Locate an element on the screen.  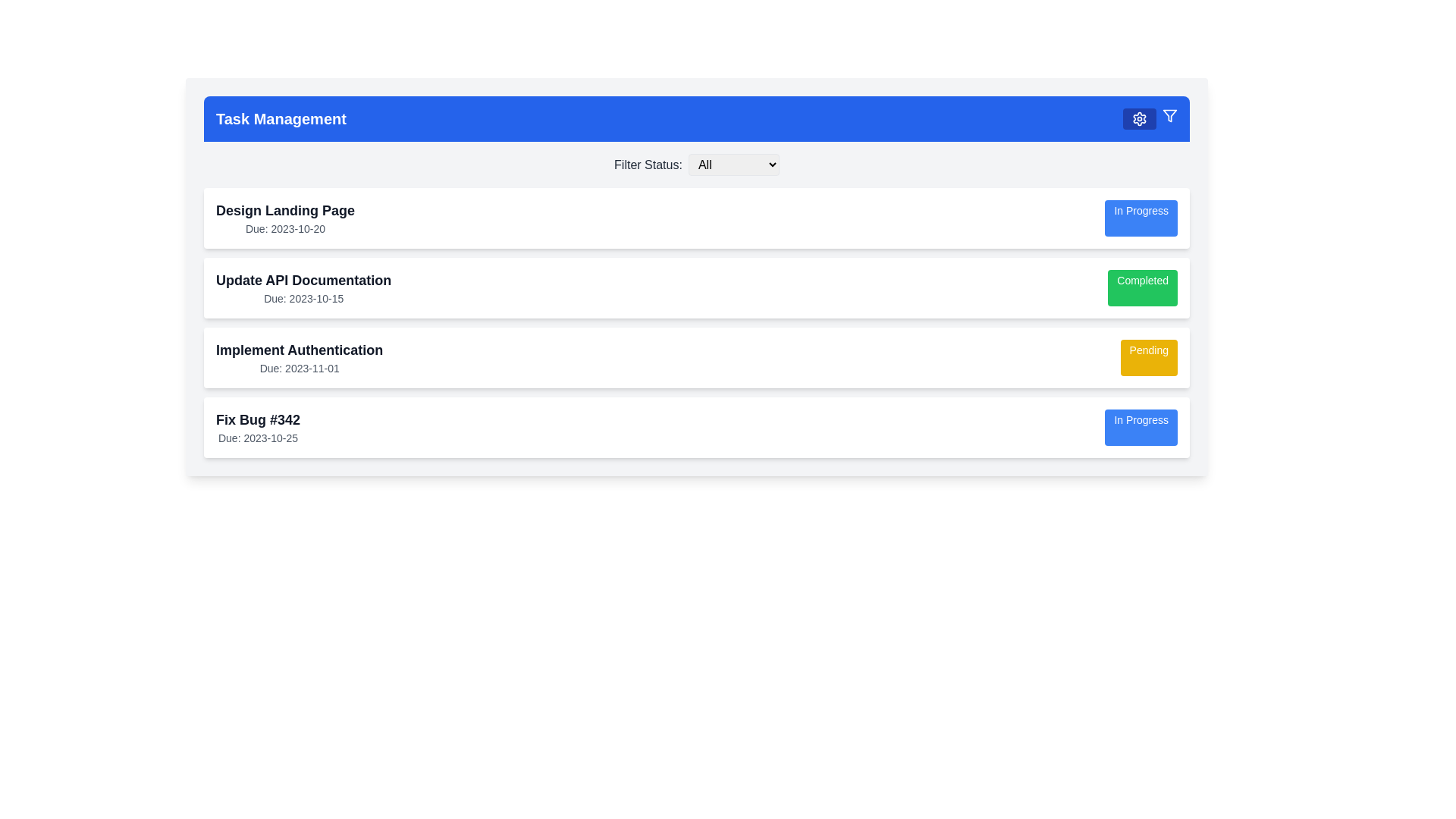
the text label displaying 'Task Management' in bold white text on a blue background at the top-left corner of the header section is located at coordinates (281, 118).